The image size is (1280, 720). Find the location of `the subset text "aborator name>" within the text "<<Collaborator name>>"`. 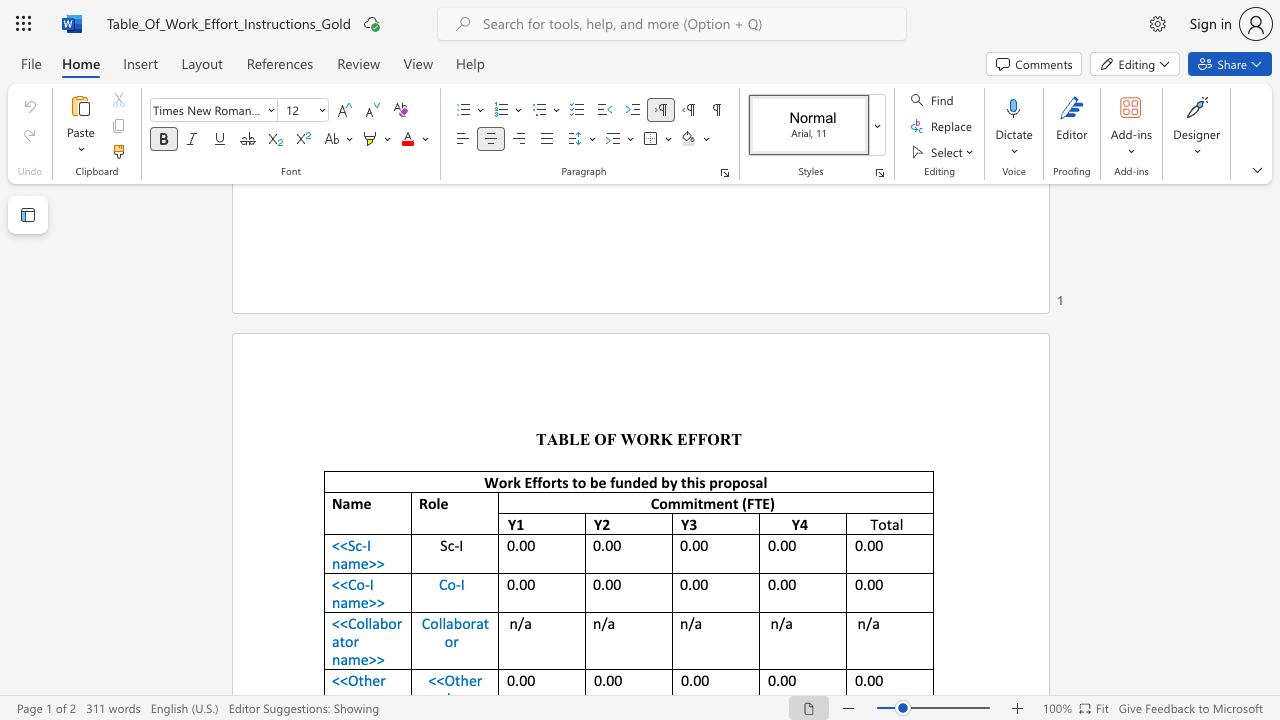

the subset text "aborator name>" within the text "<<Collaborator name>>" is located at coordinates (372, 622).